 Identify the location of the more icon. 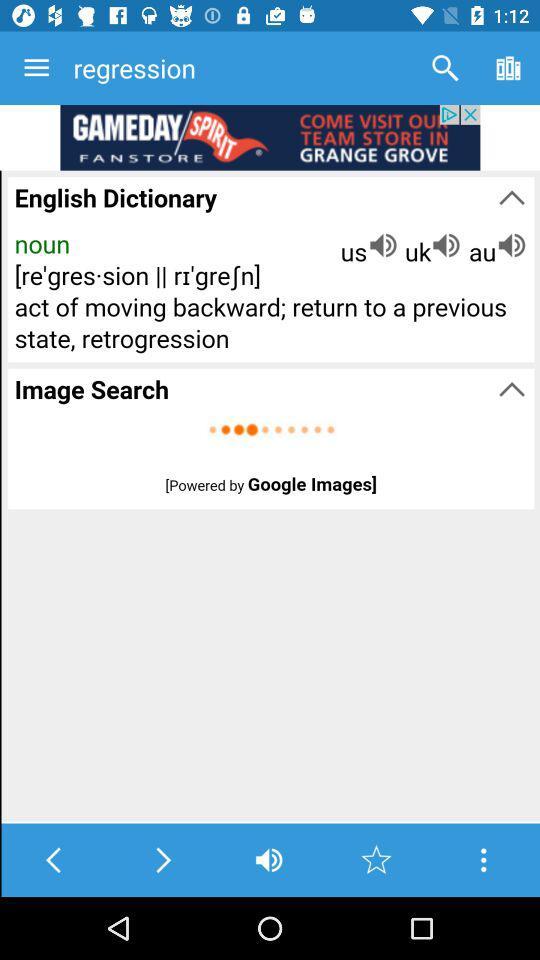
(482, 859).